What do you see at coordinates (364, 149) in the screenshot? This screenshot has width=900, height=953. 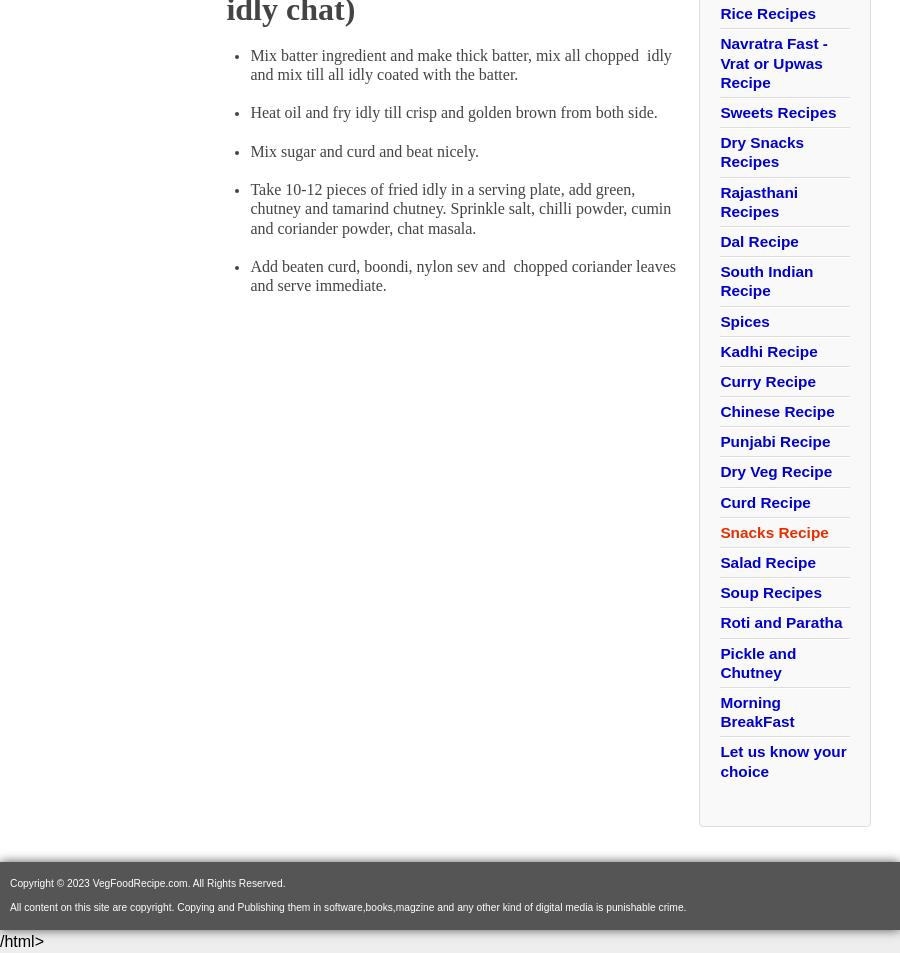 I see `'Mix sugar and curd and beat nicely.'` at bounding box center [364, 149].